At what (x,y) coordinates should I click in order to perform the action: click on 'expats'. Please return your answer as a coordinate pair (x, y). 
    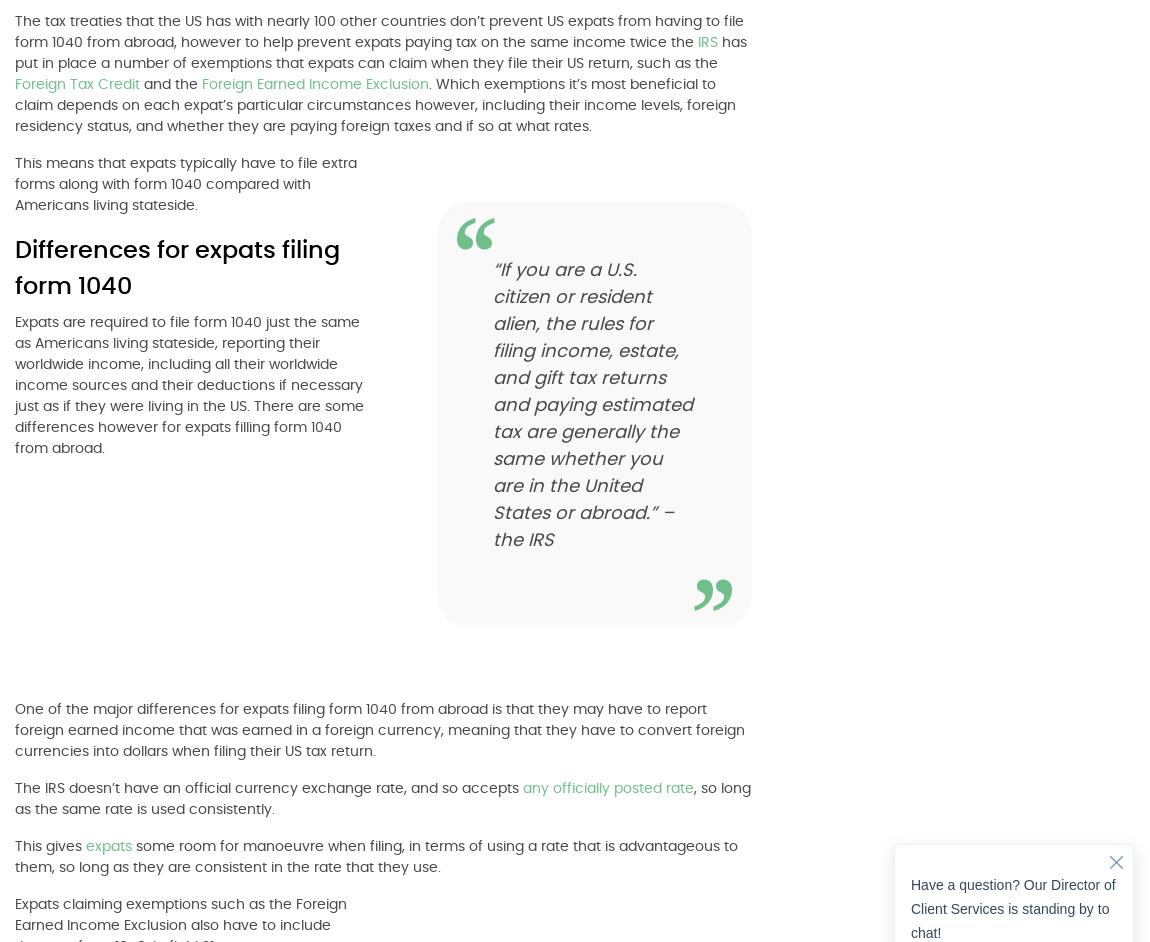
    Looking at the image, I should click on (109, 845).